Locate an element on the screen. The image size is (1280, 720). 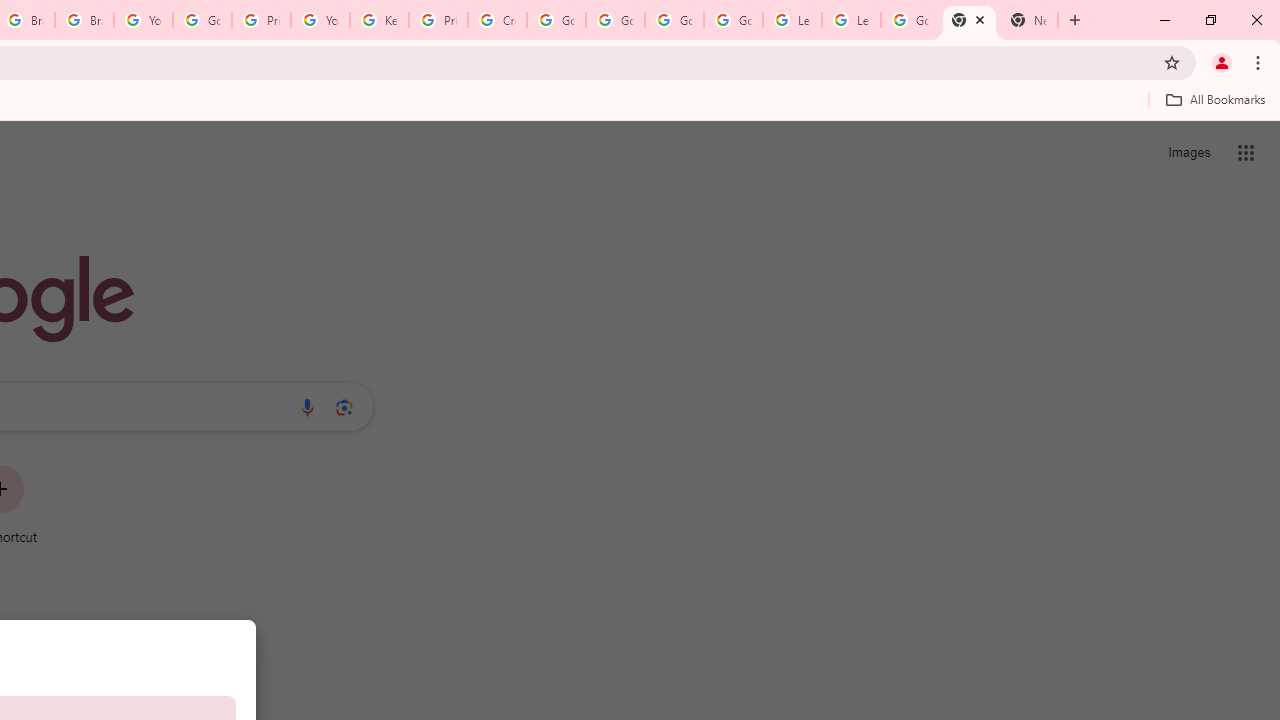
'Google Account' is located at coordinates (909, 20).